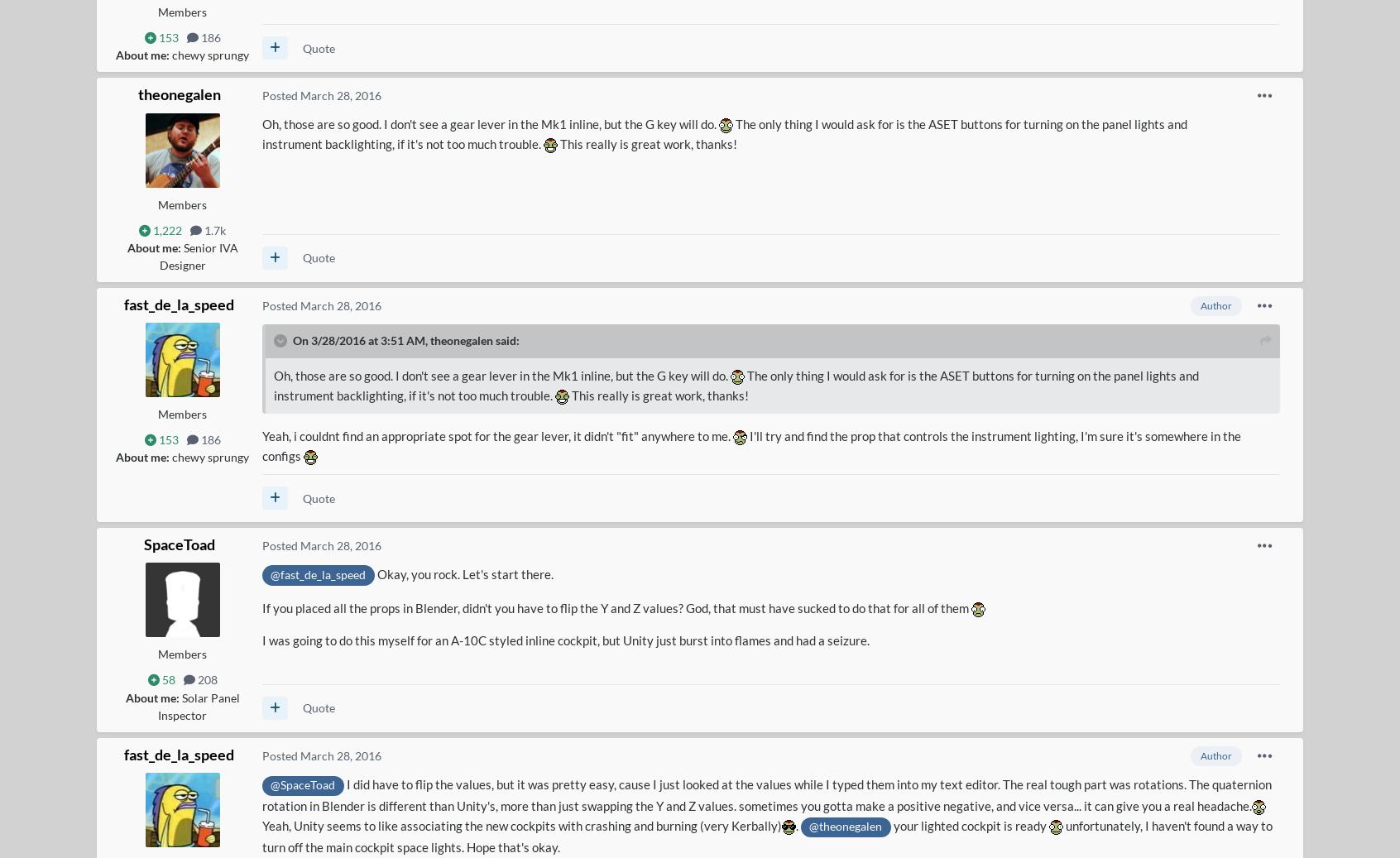 This screenshot has height=858, width=1400. Describe the element at coordinates (261, 826) in the screenshot. I see `'Yeah, Unity seems to like associating the new cockpits with crashing and burning (very Kerbally)'` at that location.